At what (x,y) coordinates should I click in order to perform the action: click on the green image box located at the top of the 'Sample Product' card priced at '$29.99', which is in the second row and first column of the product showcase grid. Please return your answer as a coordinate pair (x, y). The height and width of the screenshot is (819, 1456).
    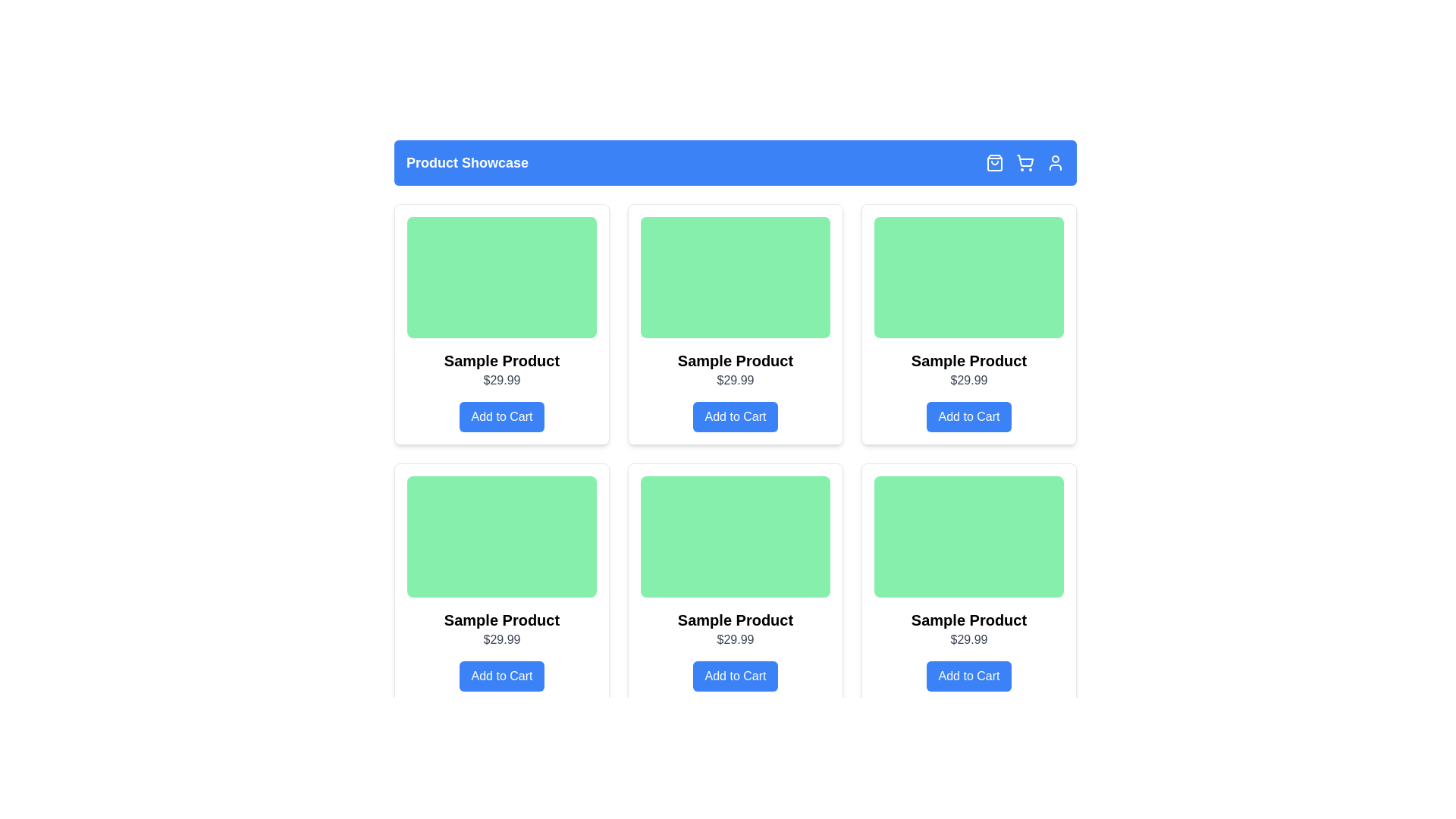
    Looking at the image, I should click on (502, 536).